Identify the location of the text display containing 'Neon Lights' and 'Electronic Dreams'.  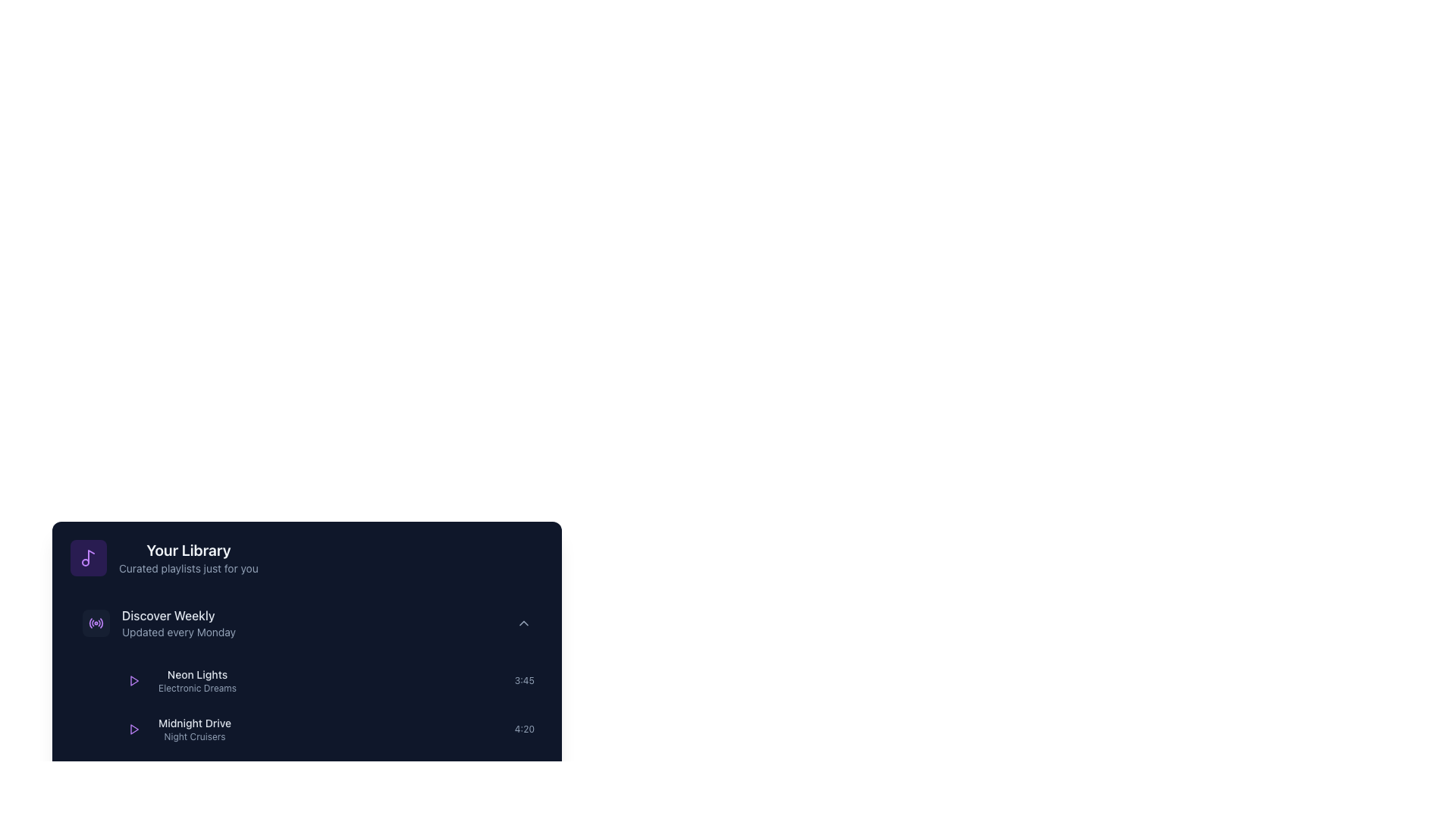
(179, 680).